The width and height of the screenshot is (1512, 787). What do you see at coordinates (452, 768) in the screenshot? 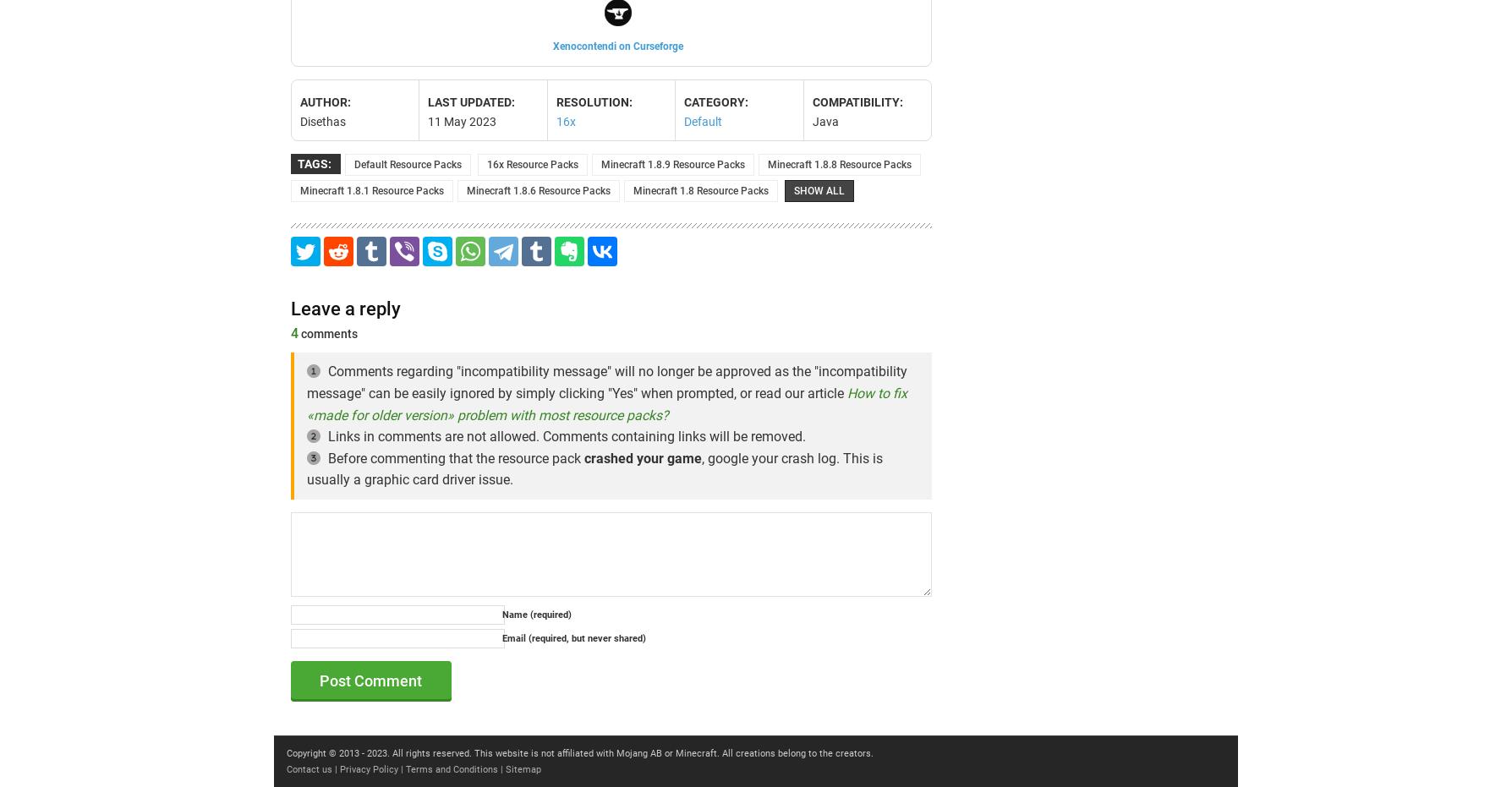
I see `'Terms and Conditions'` at bounding box center [452, 768].